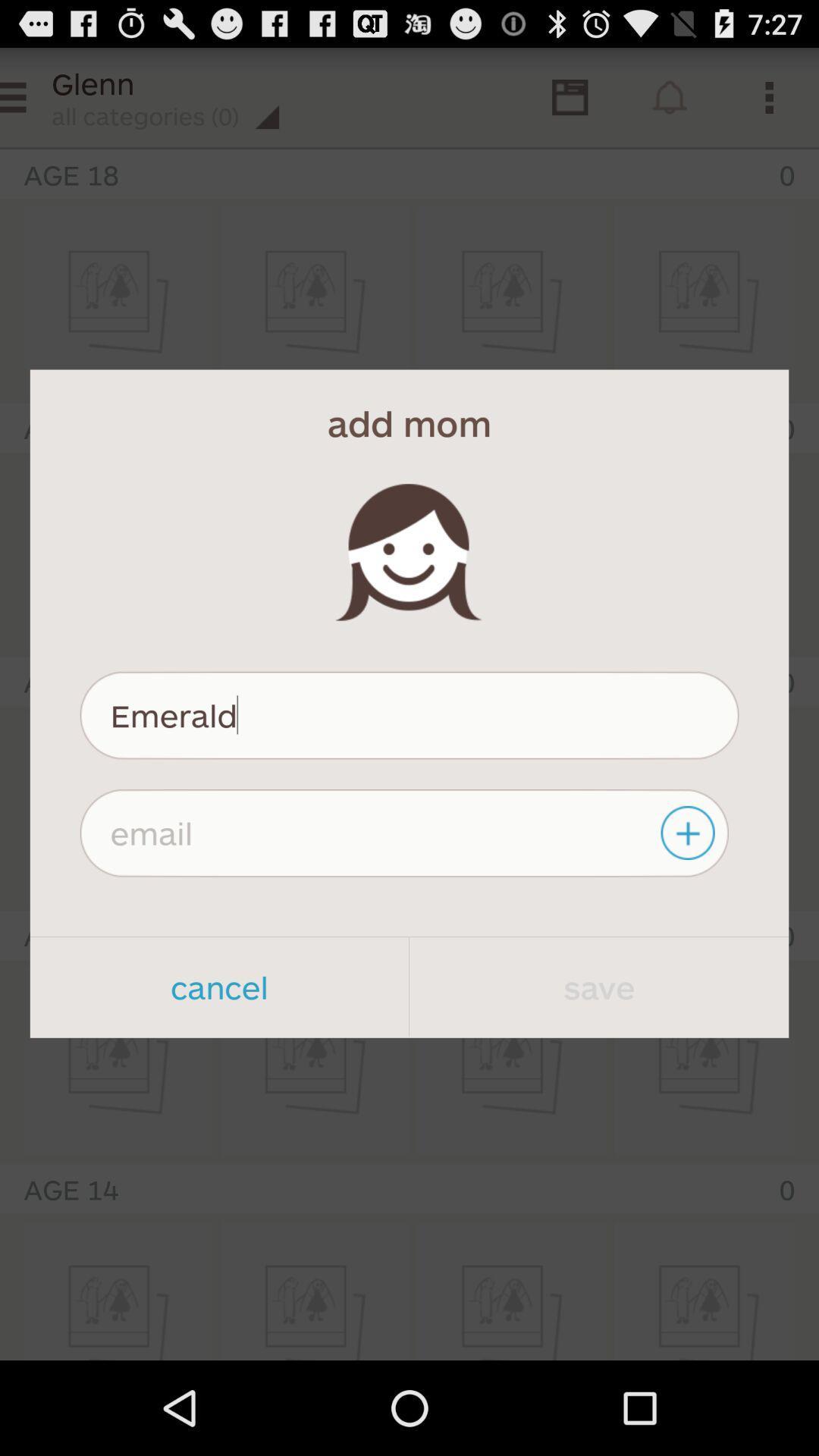 Image resolution: width=819 pixels, height=1456 pixels. What do you see at coordinates (689, 832) in the screenshot?
I see `the item below emerald item` at bounding box center [689, 832].